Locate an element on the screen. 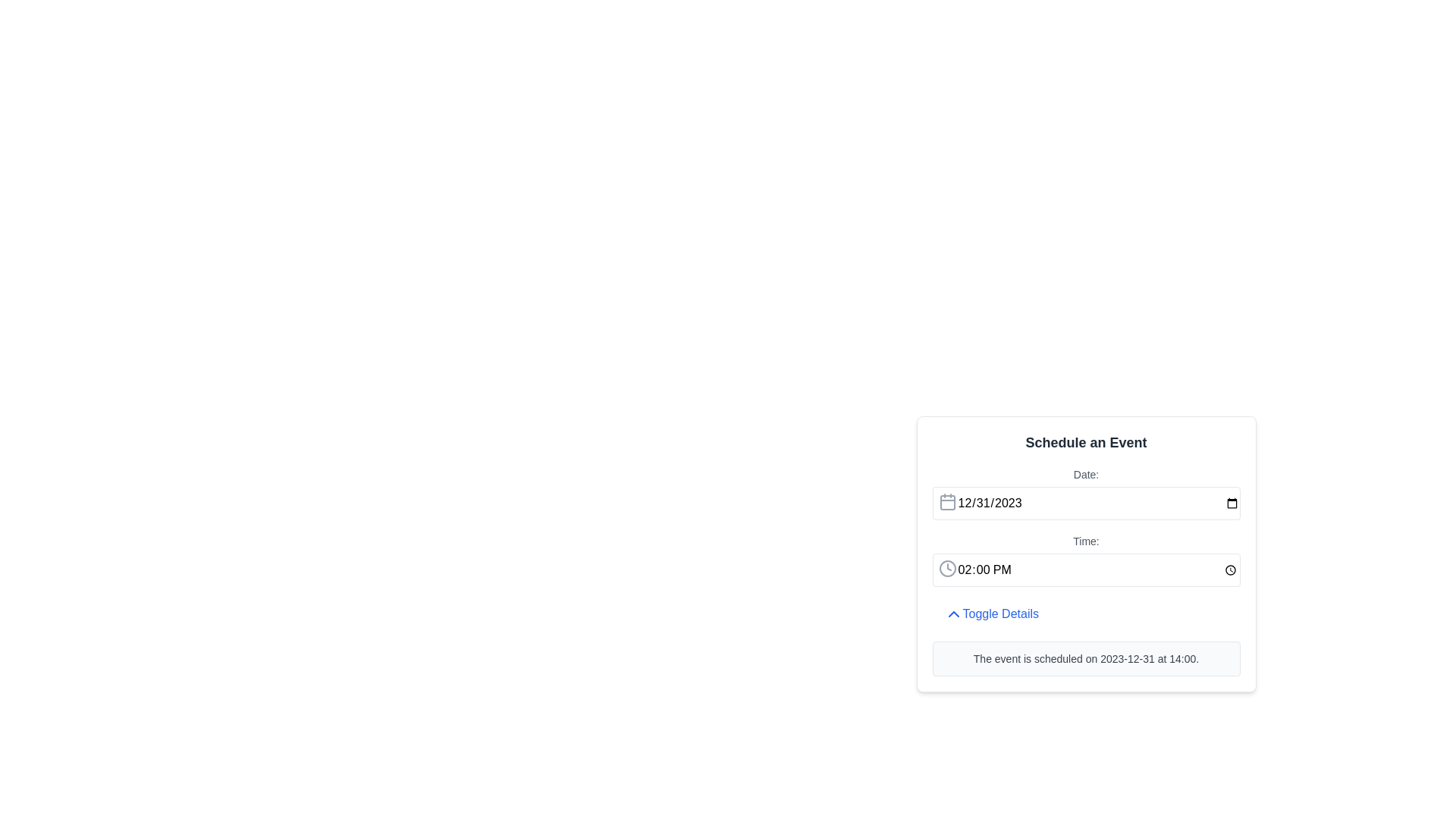  the Time input field located below the 'Date' input field and within the 'Time:' section is located at coordinates (1085, 570).